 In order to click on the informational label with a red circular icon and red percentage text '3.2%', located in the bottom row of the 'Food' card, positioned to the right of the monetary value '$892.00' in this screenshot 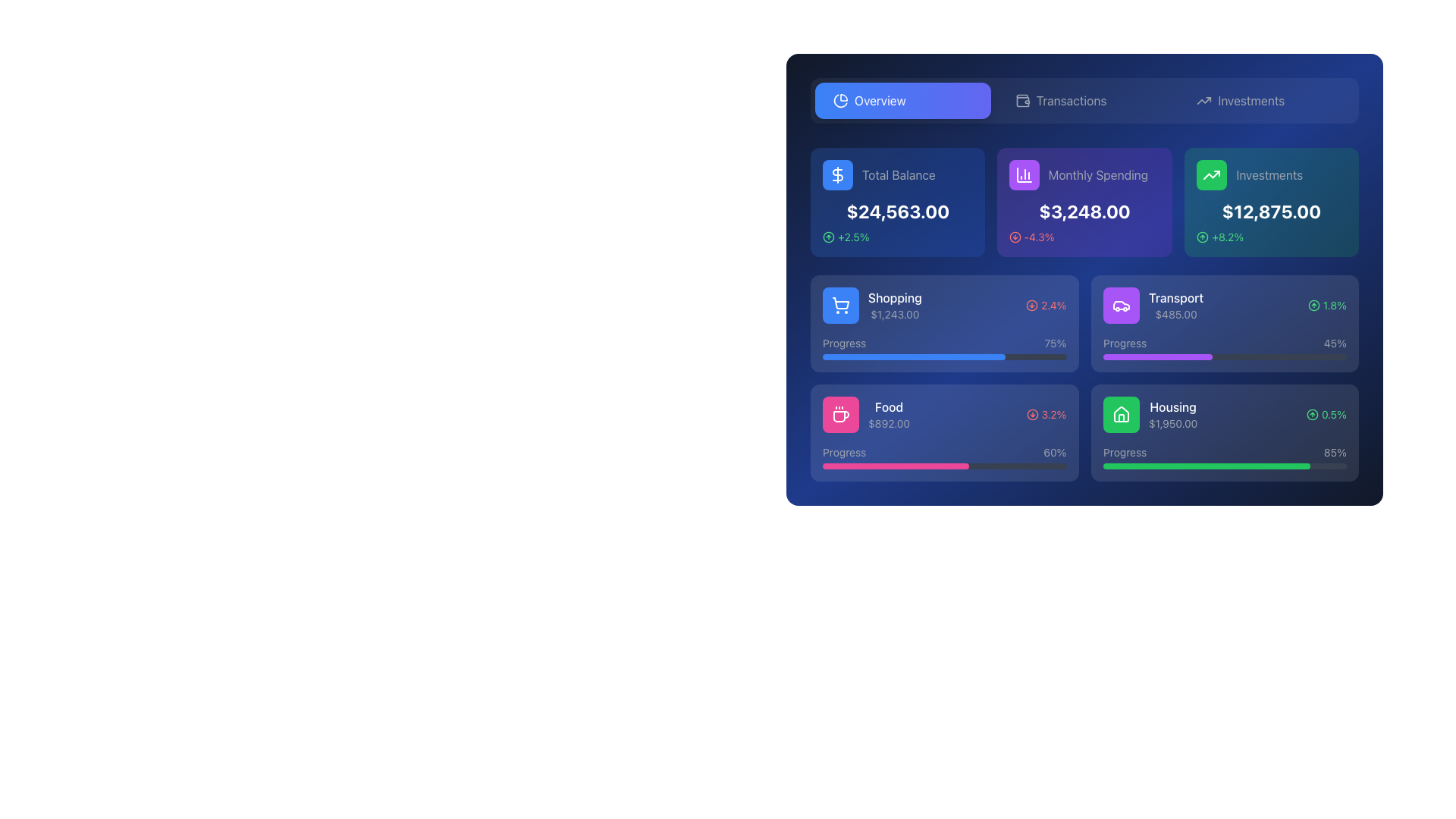, I will do `click(1046, 415)`.